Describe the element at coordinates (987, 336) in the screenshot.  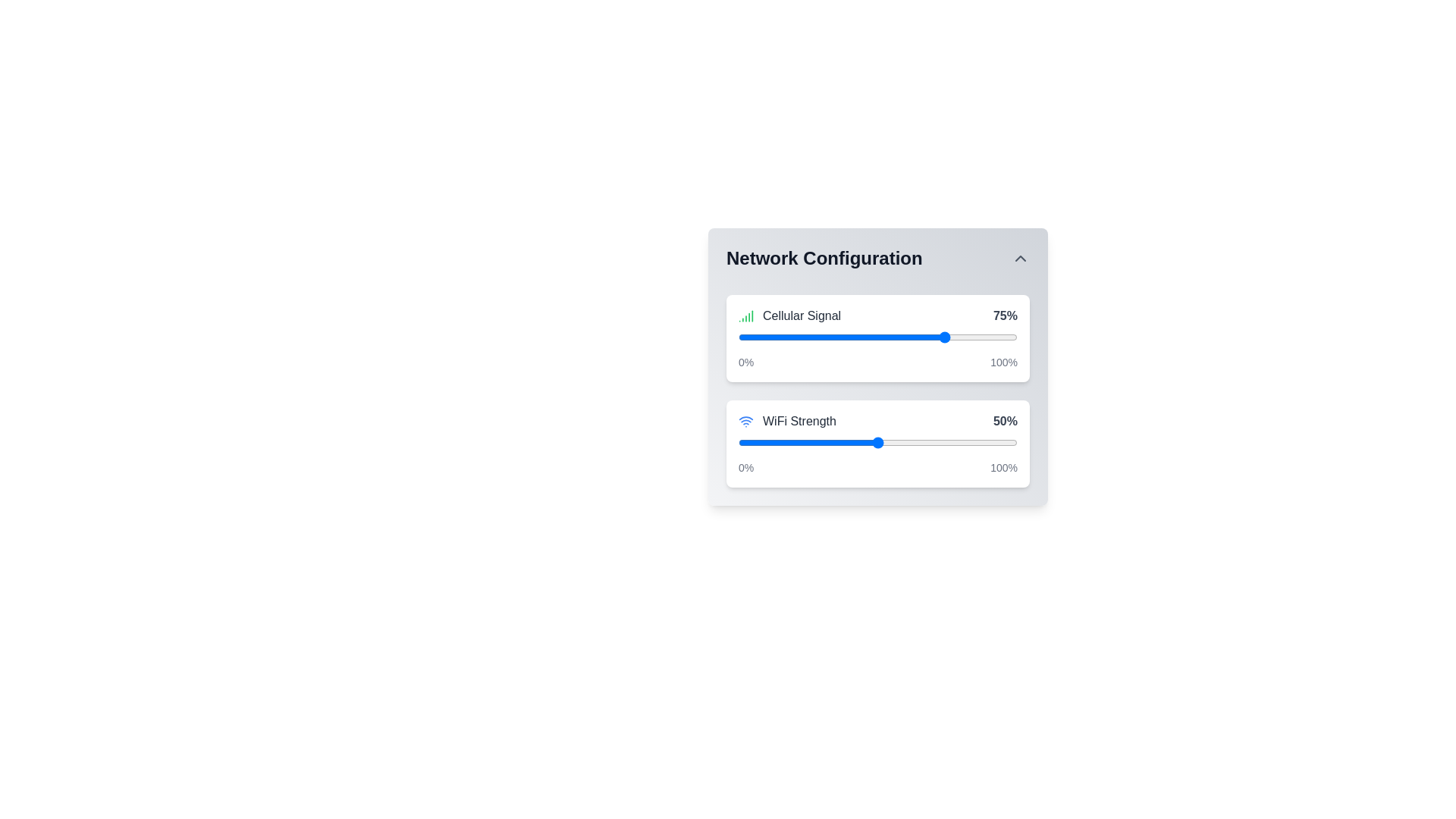
I see `the cellular signal strength` at that location.